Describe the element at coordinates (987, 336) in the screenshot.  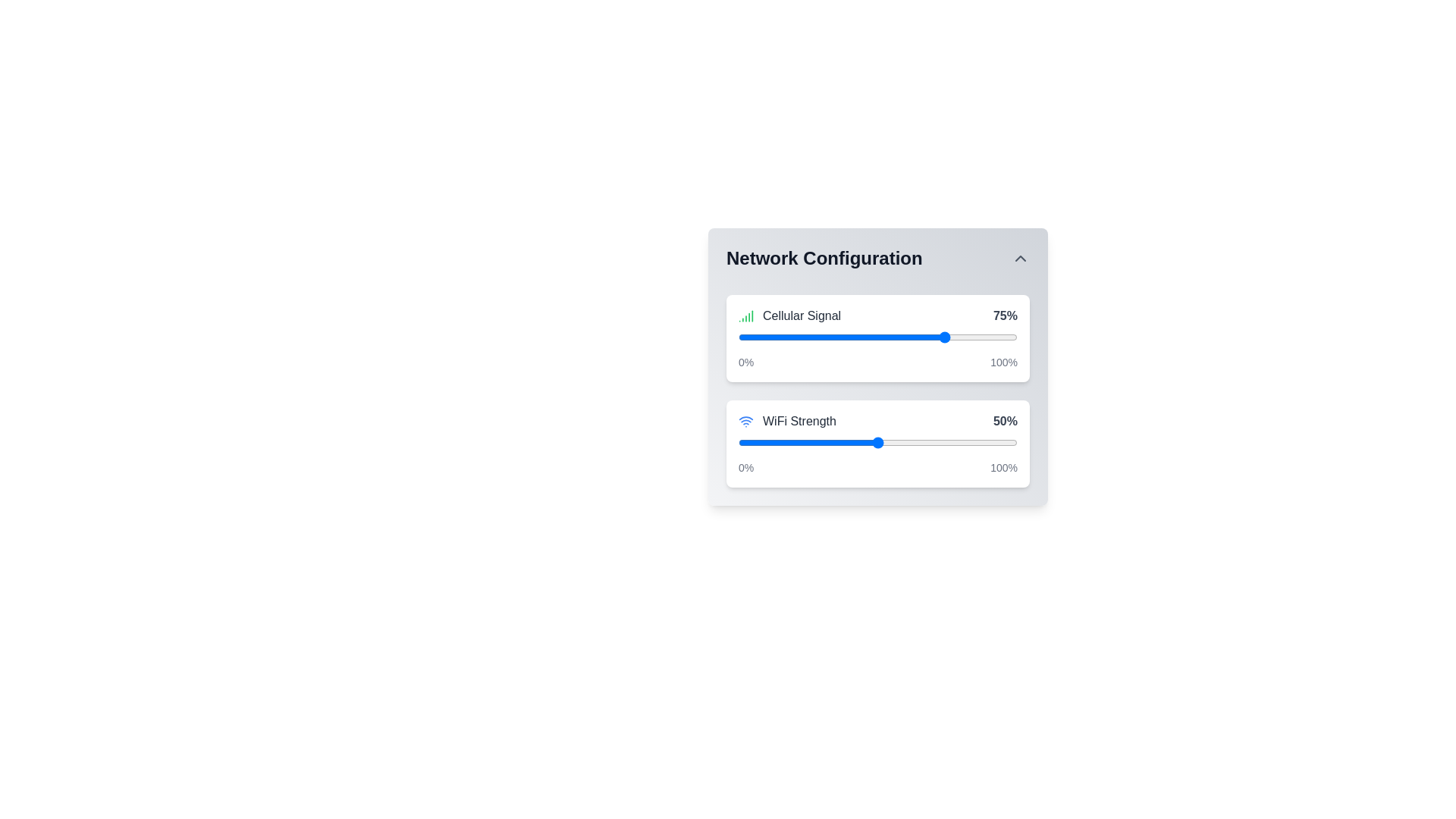
I see `the cellular signal strength` at that location.